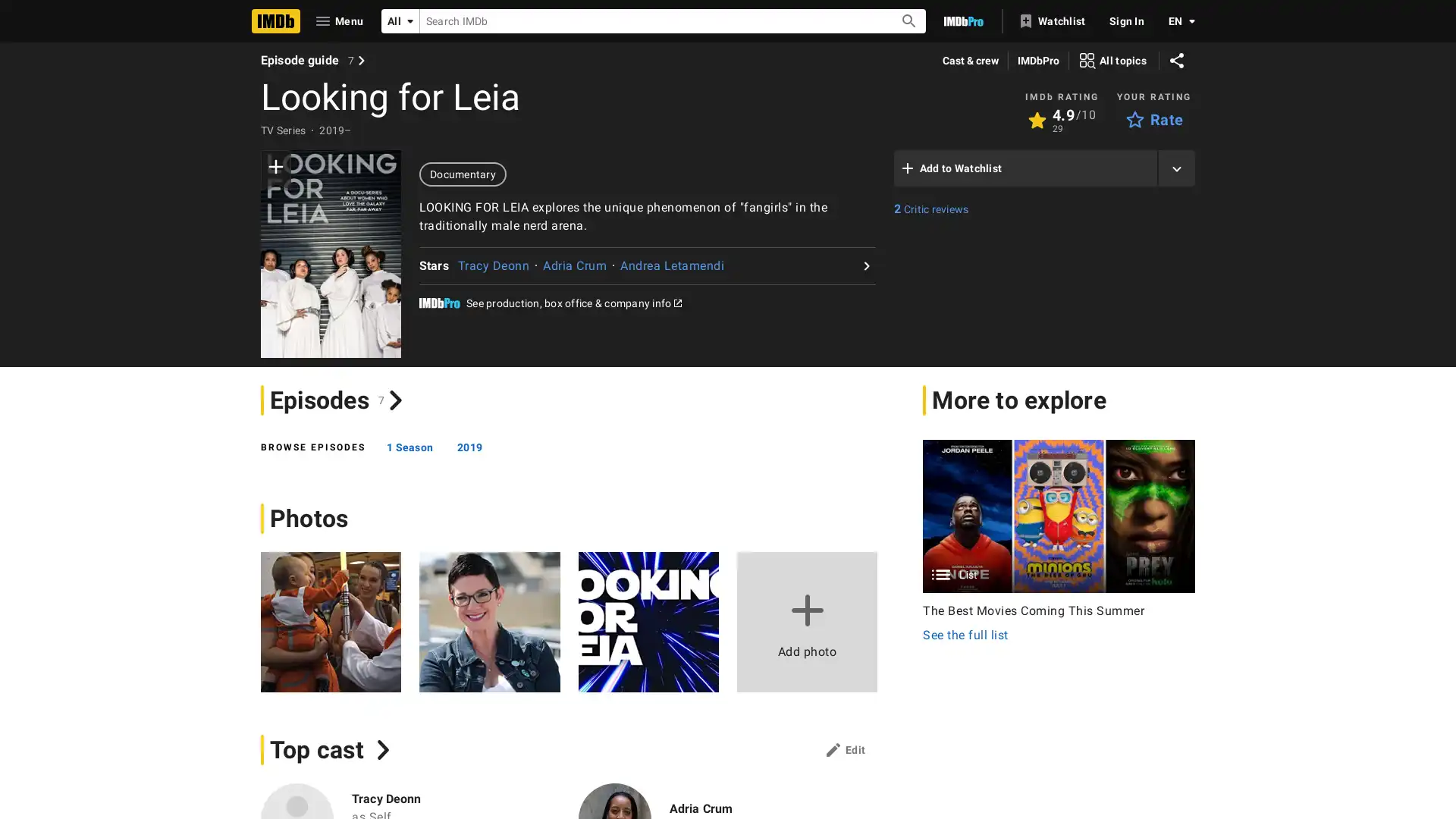  Describe the element at coordinates (409, 446) in the screenshot. I see `1 Season` at that location.